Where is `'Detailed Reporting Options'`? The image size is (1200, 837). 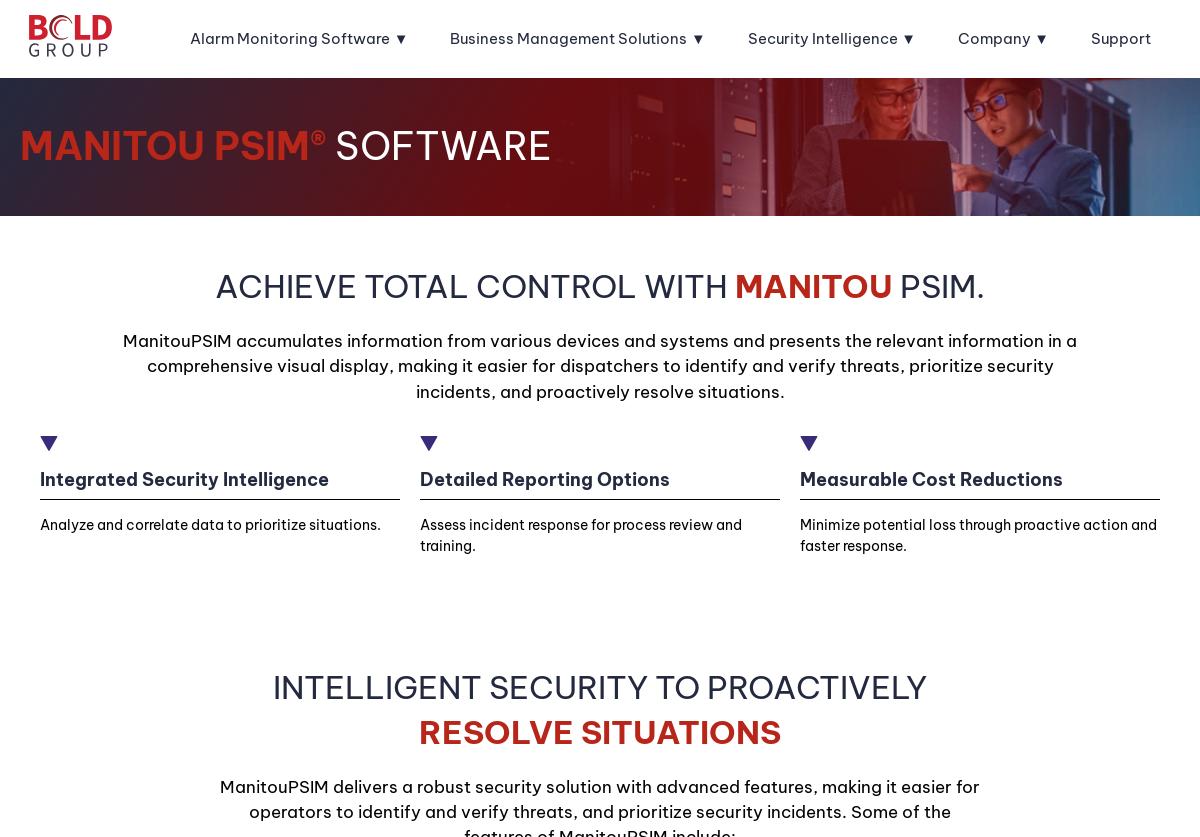
'Detailed Reporting Options' is located at coordinates (542, 477).